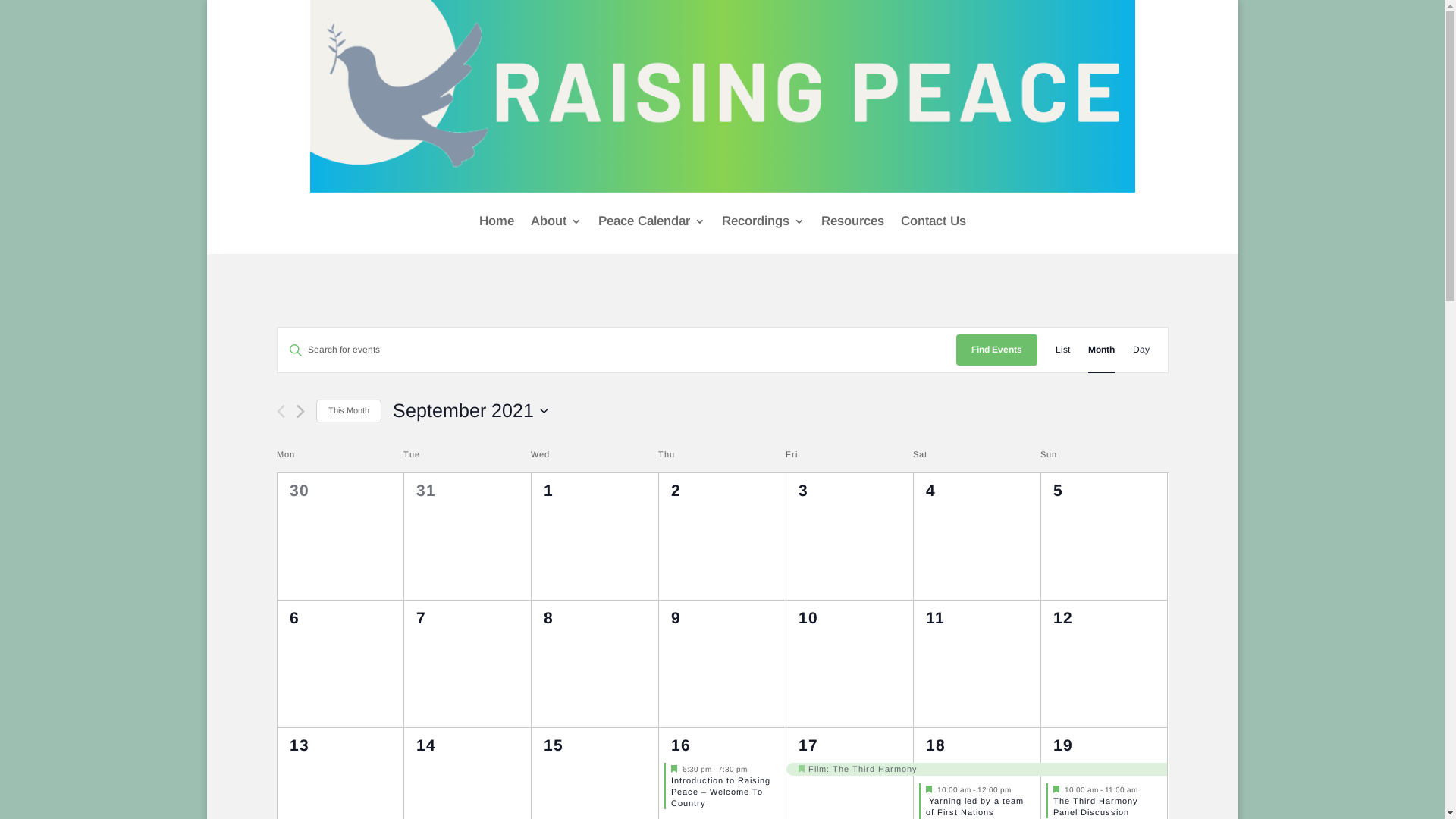 The image size is (1456, 819). I want to click on 'Home', so click(496, 221).